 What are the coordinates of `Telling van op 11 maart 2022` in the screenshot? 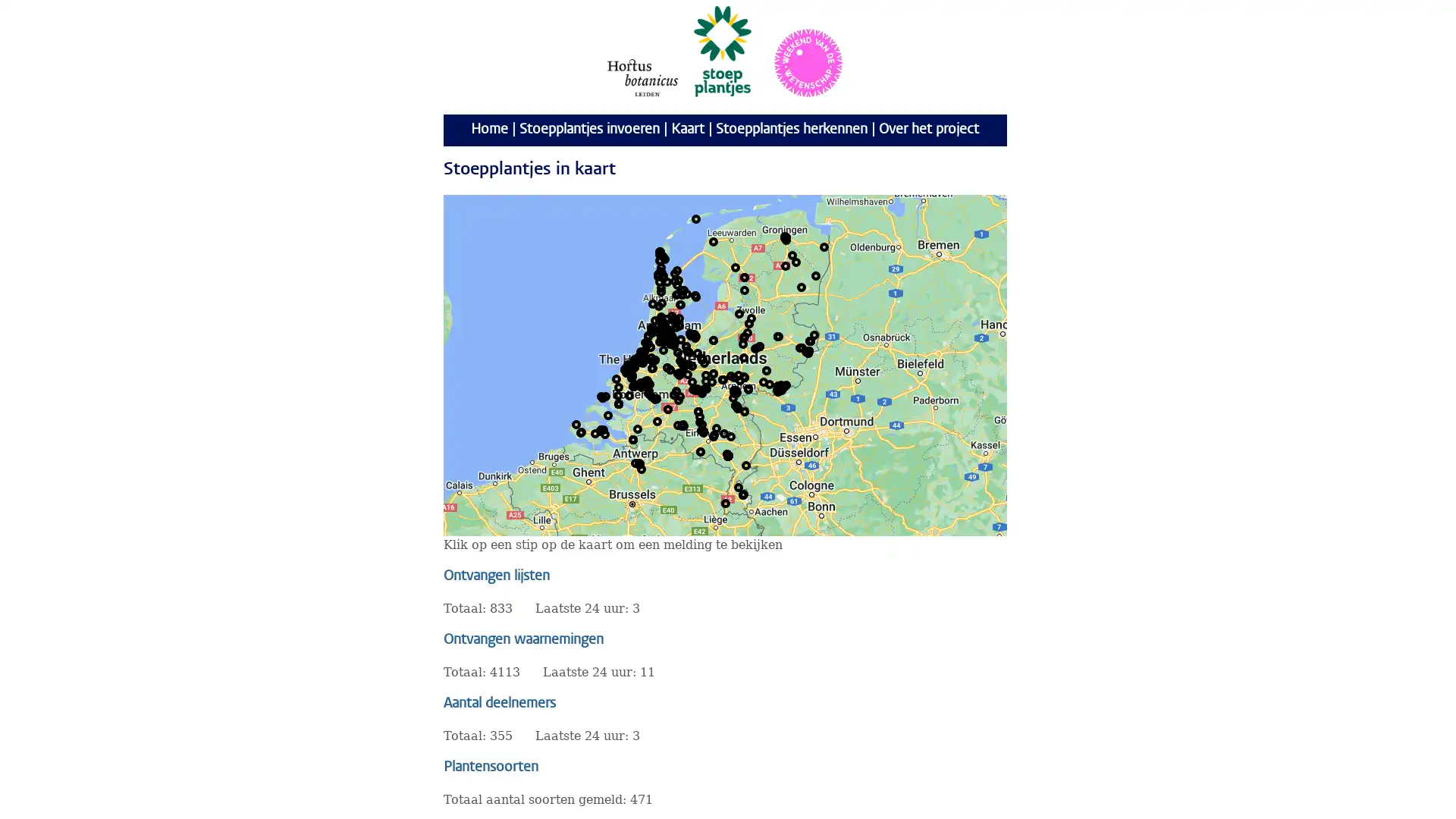 It's located at (640, 359).